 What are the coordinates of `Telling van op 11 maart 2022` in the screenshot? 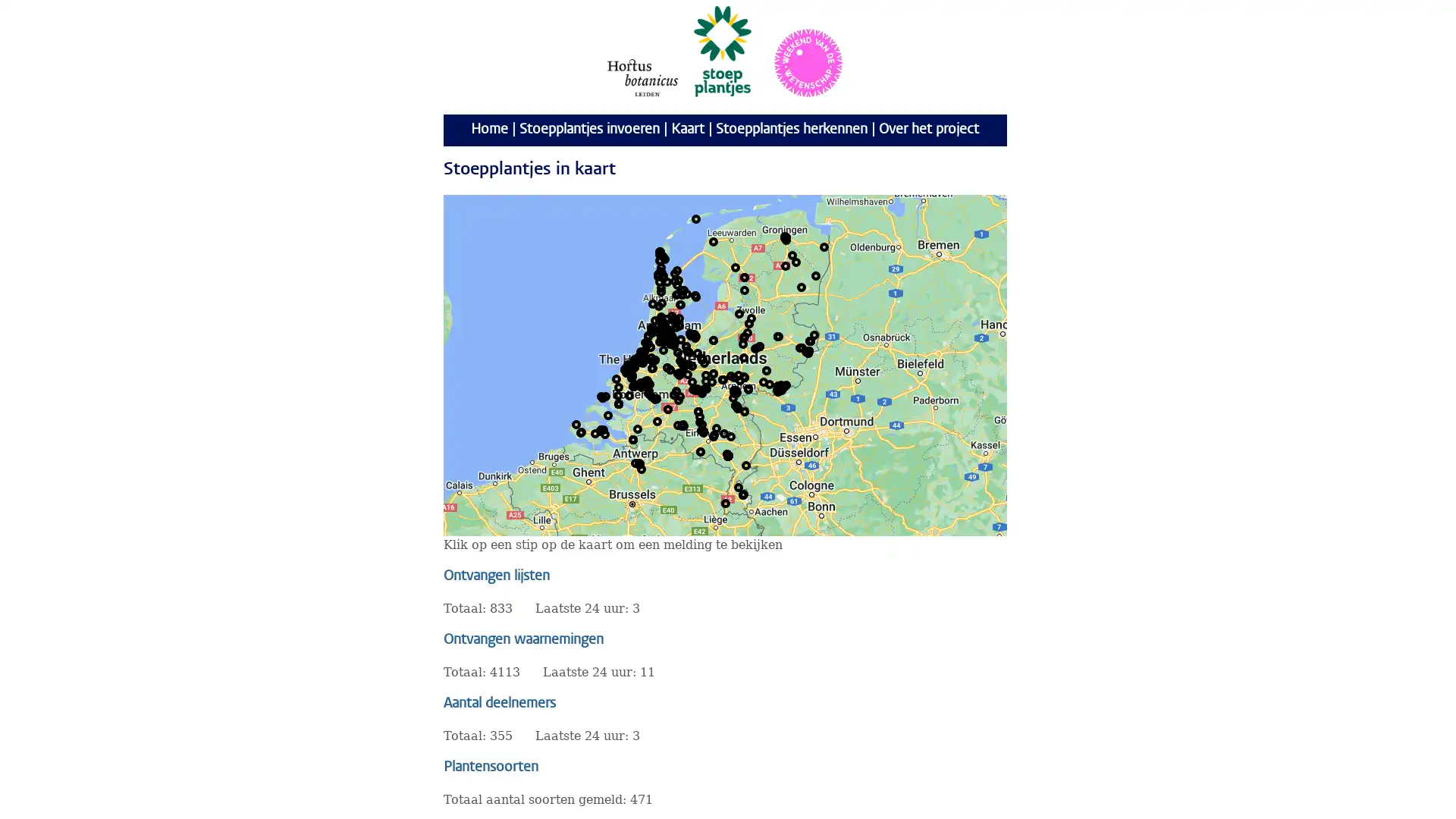 It's located at (640, 359).